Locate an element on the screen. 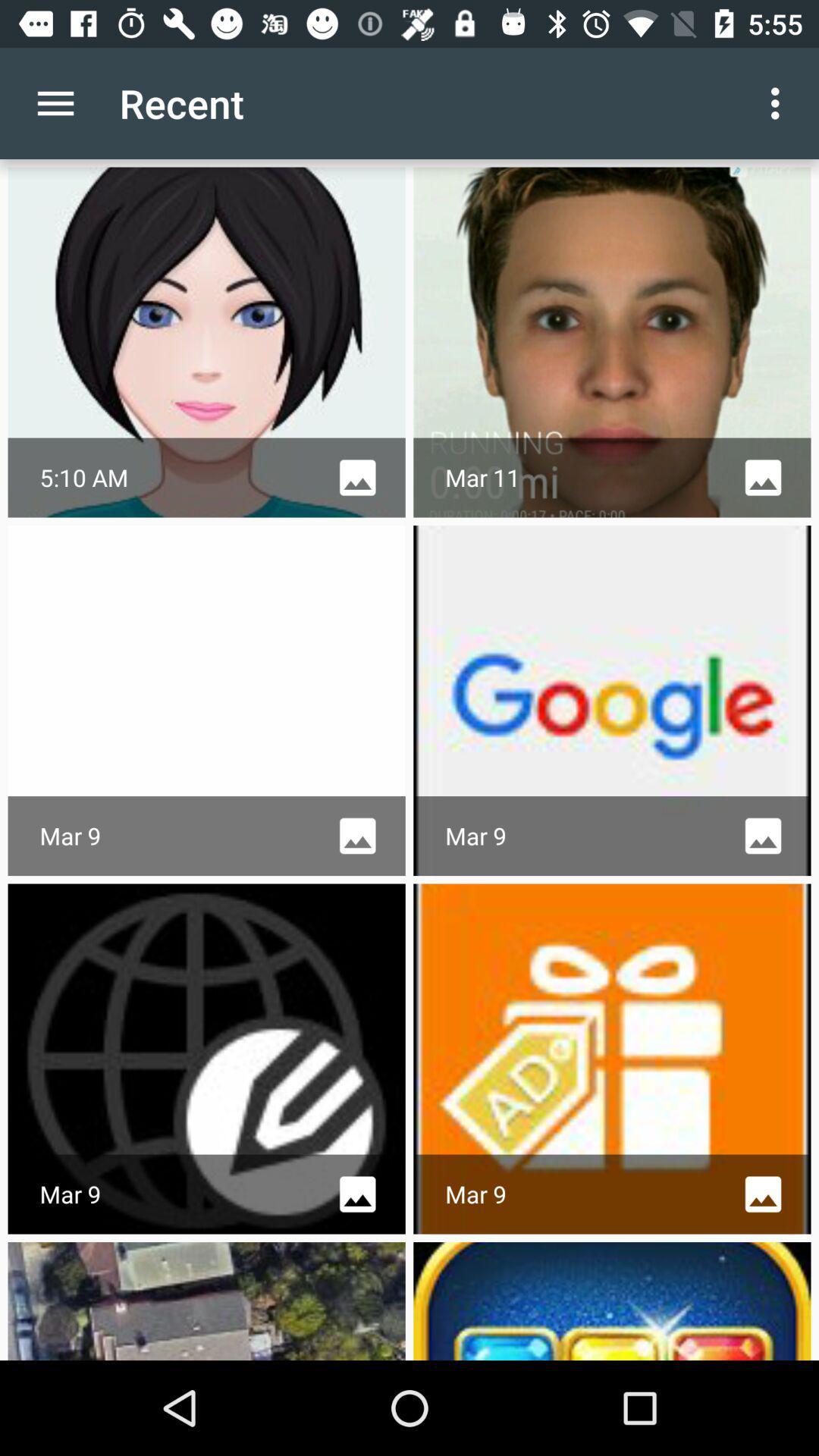 The width and height of the screenshot is (819, 1456). app to the left of recent app is located at coordinates (55, 102).